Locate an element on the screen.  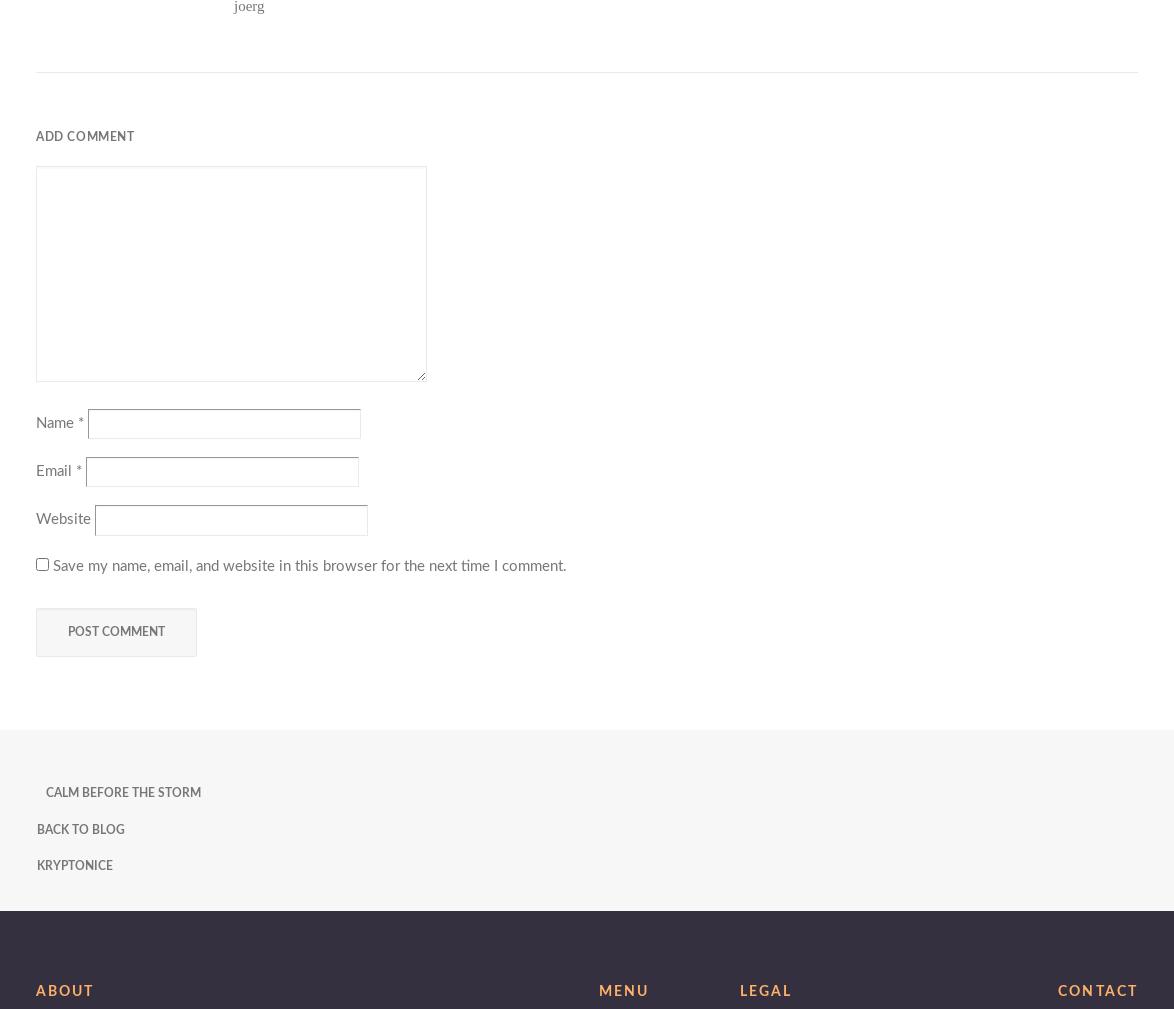
'Add comment' is located at coordinates (36, 135).